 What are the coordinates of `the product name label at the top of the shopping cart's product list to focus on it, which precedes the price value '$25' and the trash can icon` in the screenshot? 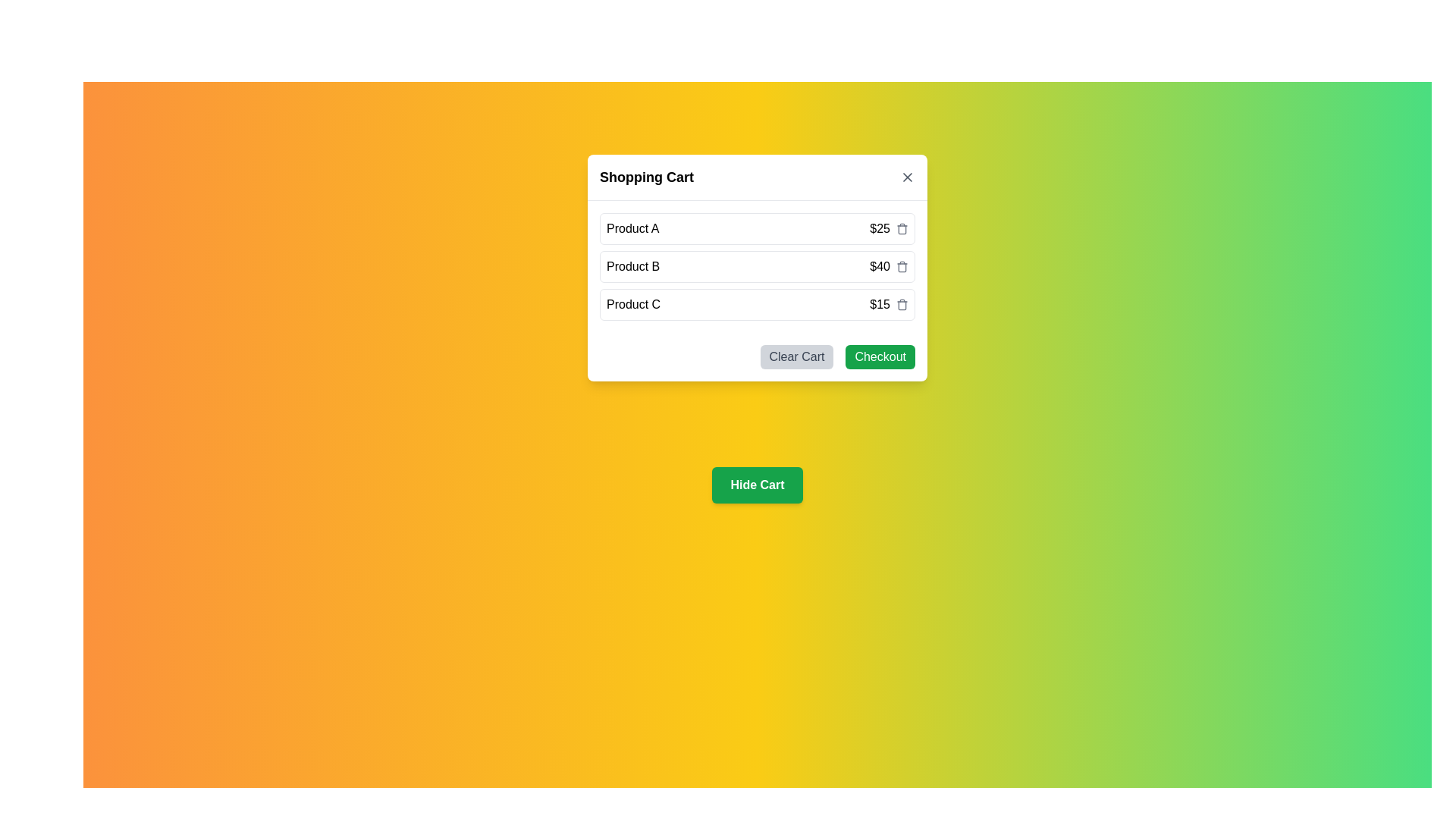 It's located at (632, 228).